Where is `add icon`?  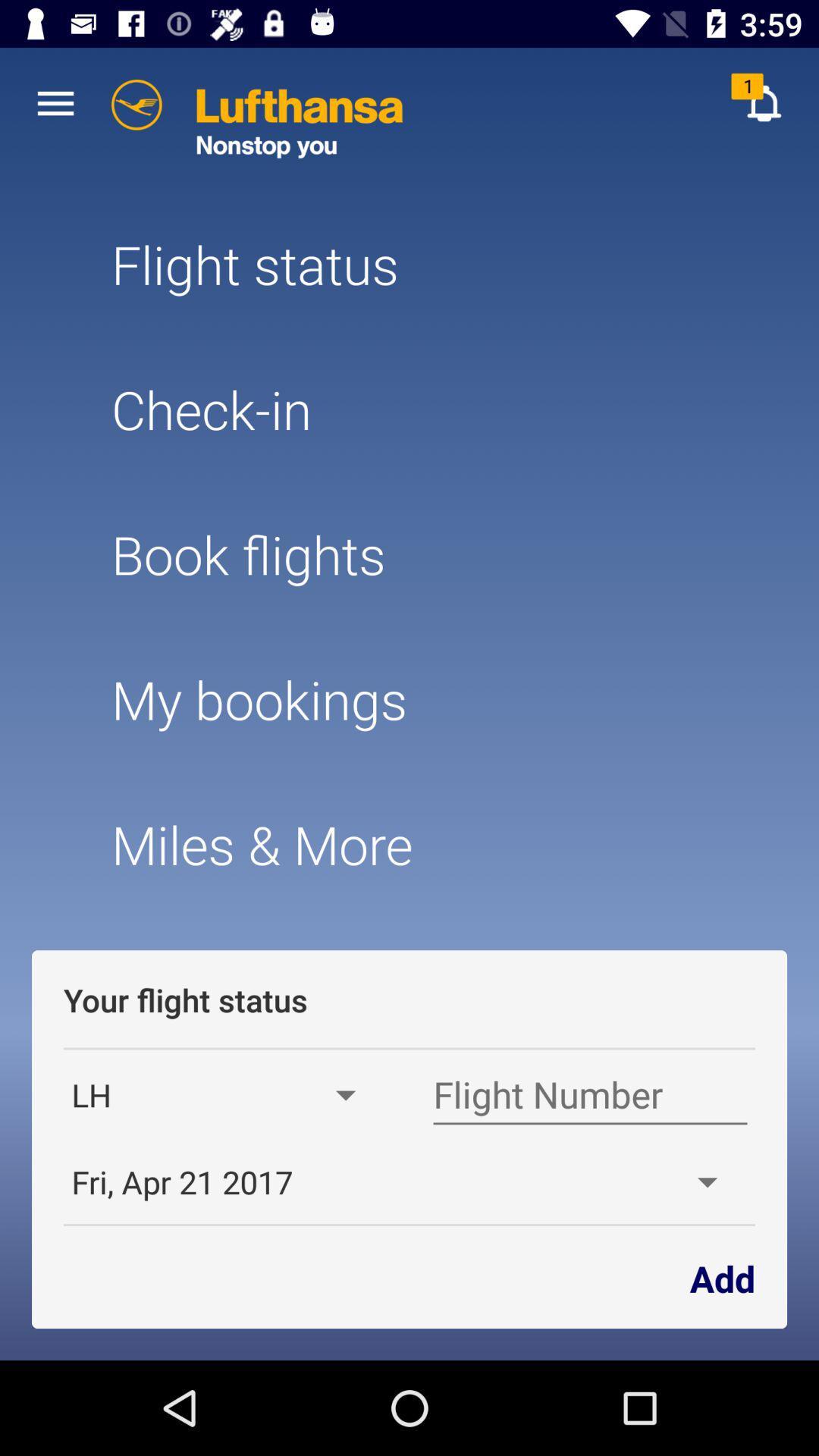
add icon is located at coordinates (721, 1276).